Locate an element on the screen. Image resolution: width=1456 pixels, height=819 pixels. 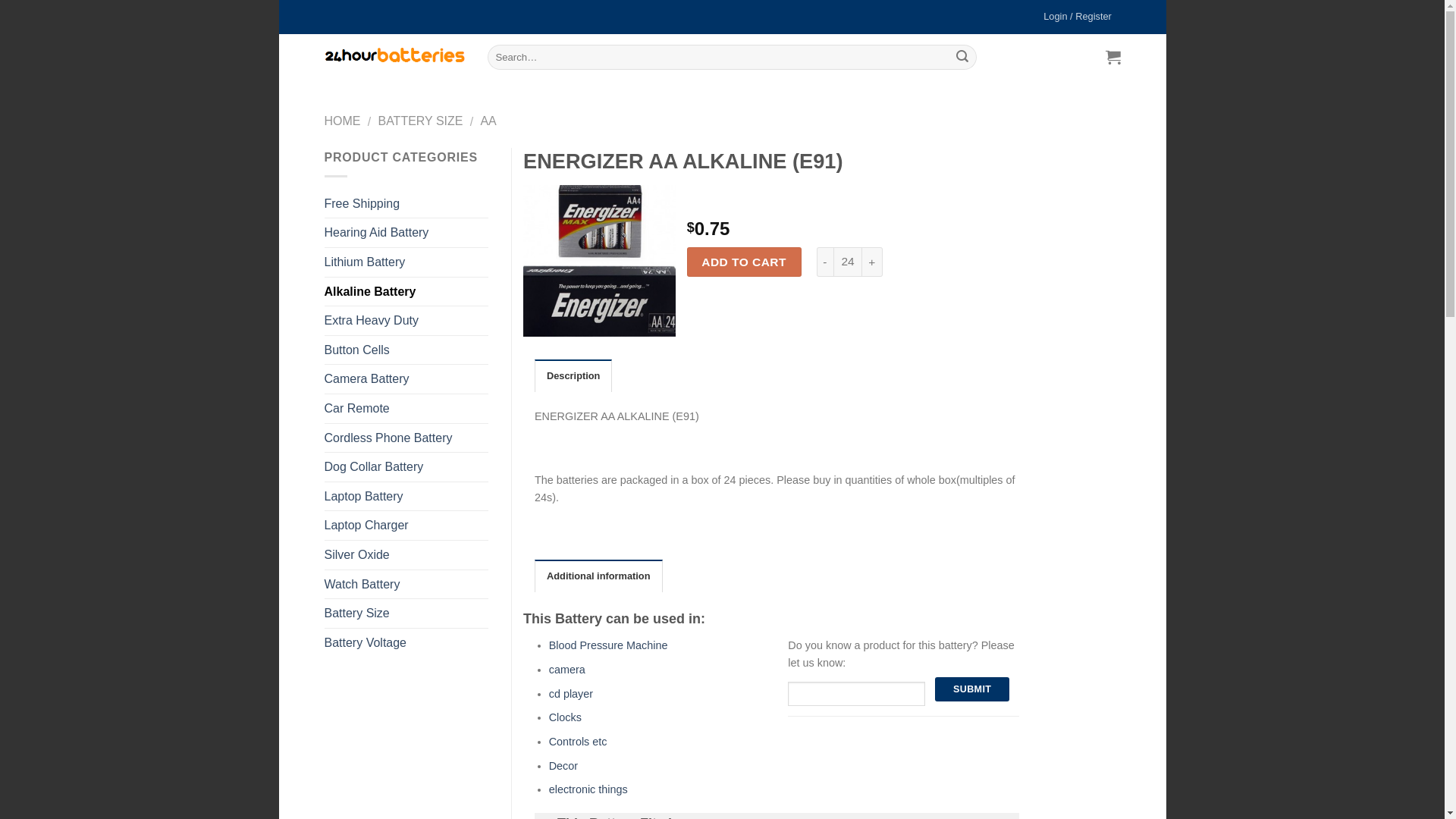
'Decor' is located at coordinates (563, 766).